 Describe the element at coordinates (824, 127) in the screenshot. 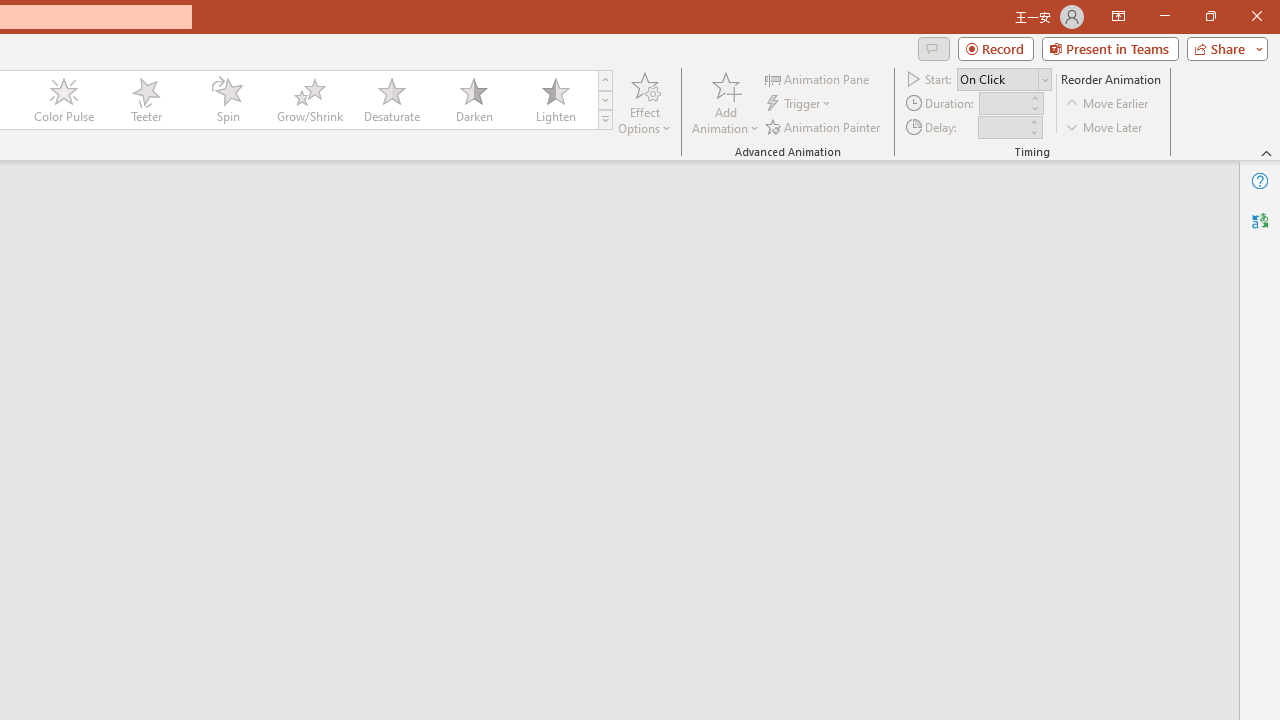

I see `'Animation Painter'` at that location.